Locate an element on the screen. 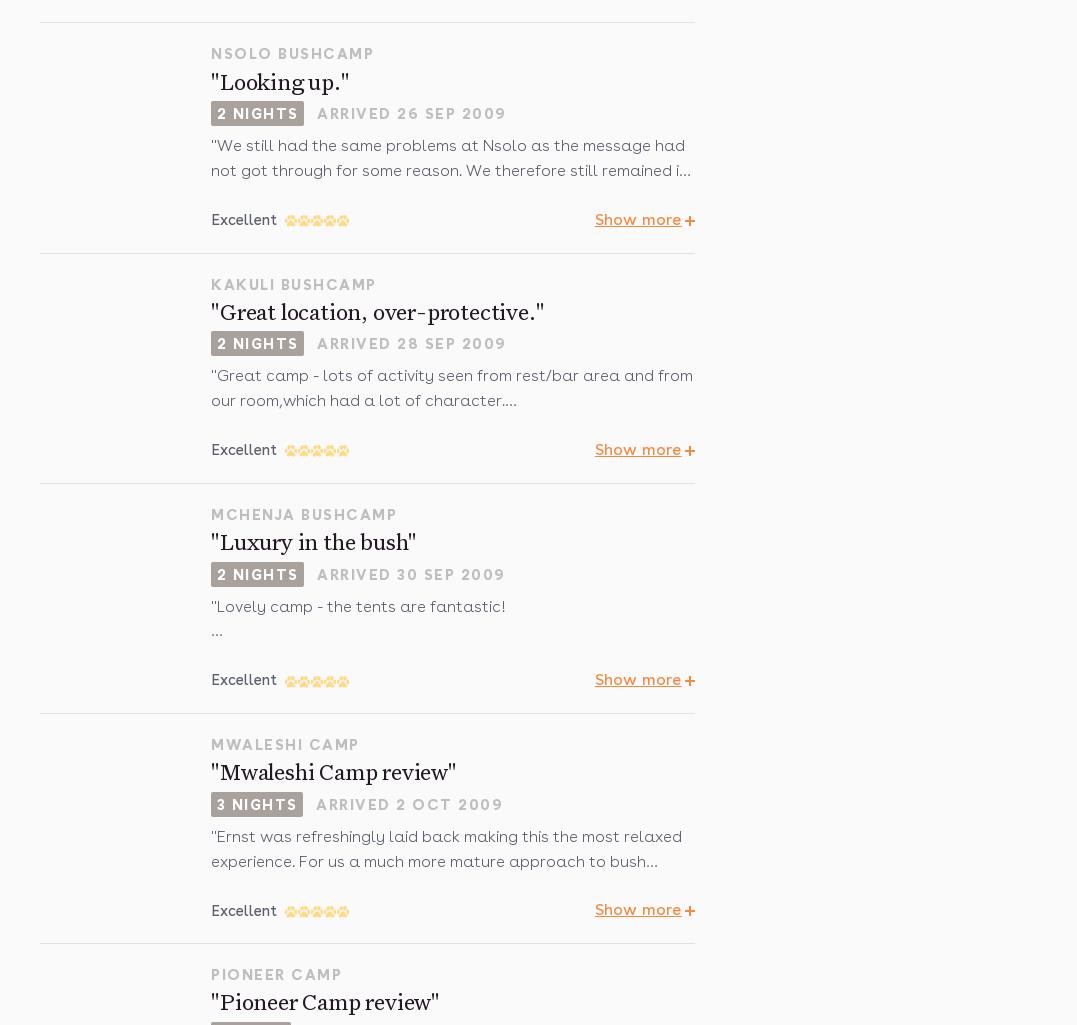  'Finally got our own guide in a sensible group size."' is located at coordinates (399, 647).